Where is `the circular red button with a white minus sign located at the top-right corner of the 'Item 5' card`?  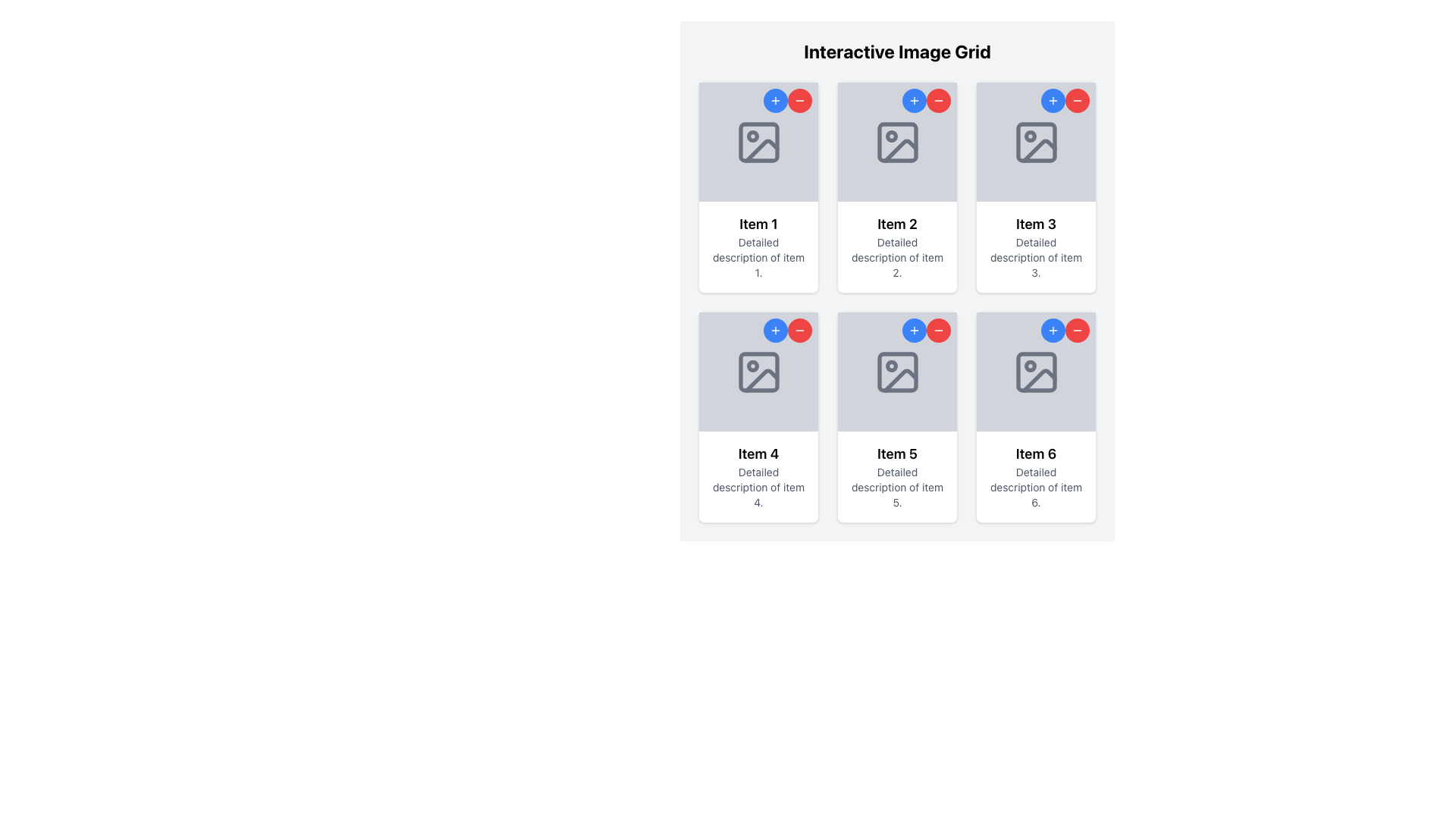 the circular red button with a white minus sign located at the top-right corner of the 'Item 5' card is located at coordinates (938, 329).